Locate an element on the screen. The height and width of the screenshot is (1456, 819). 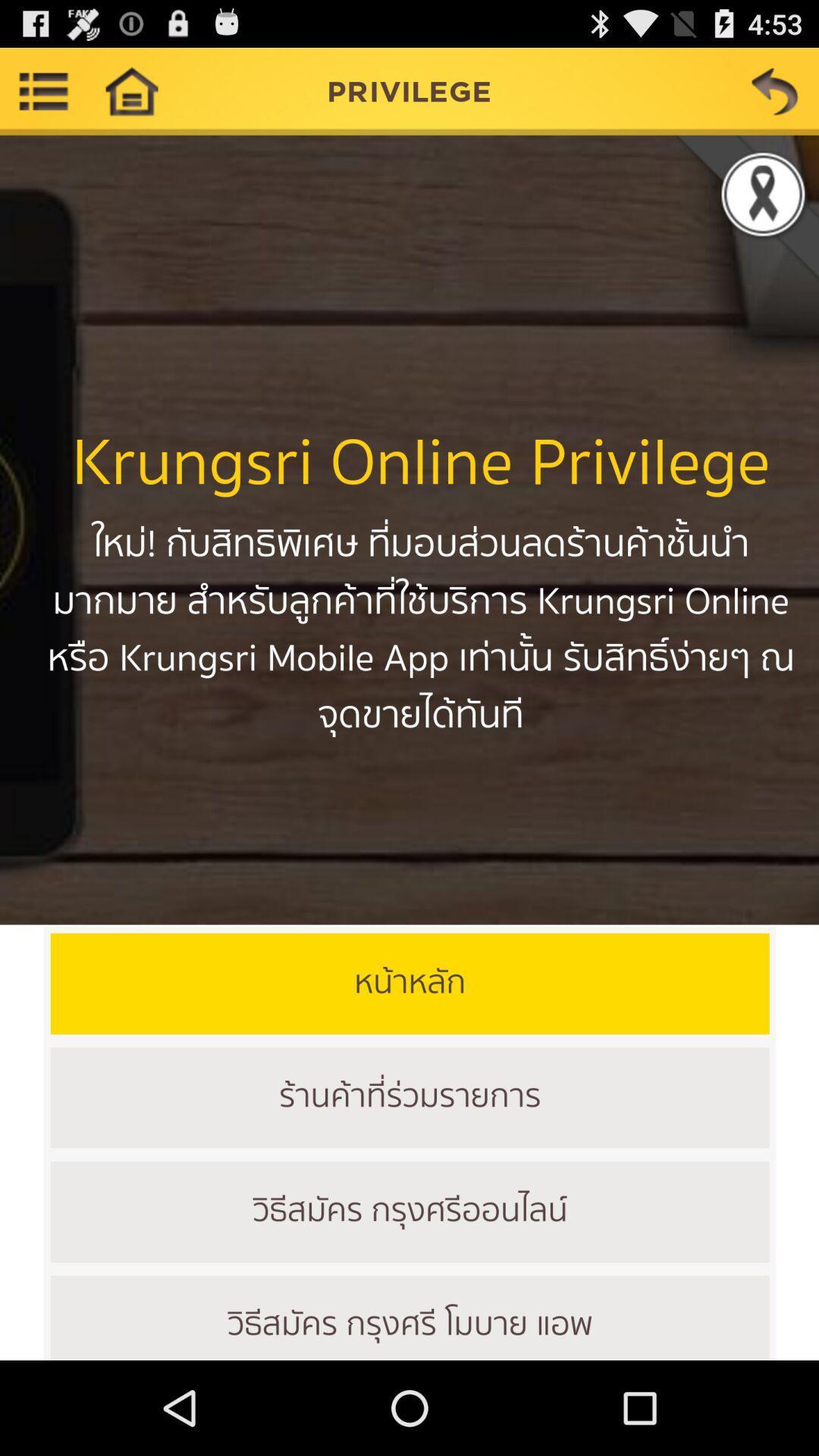
menu button is located at coordinates (42, 90).